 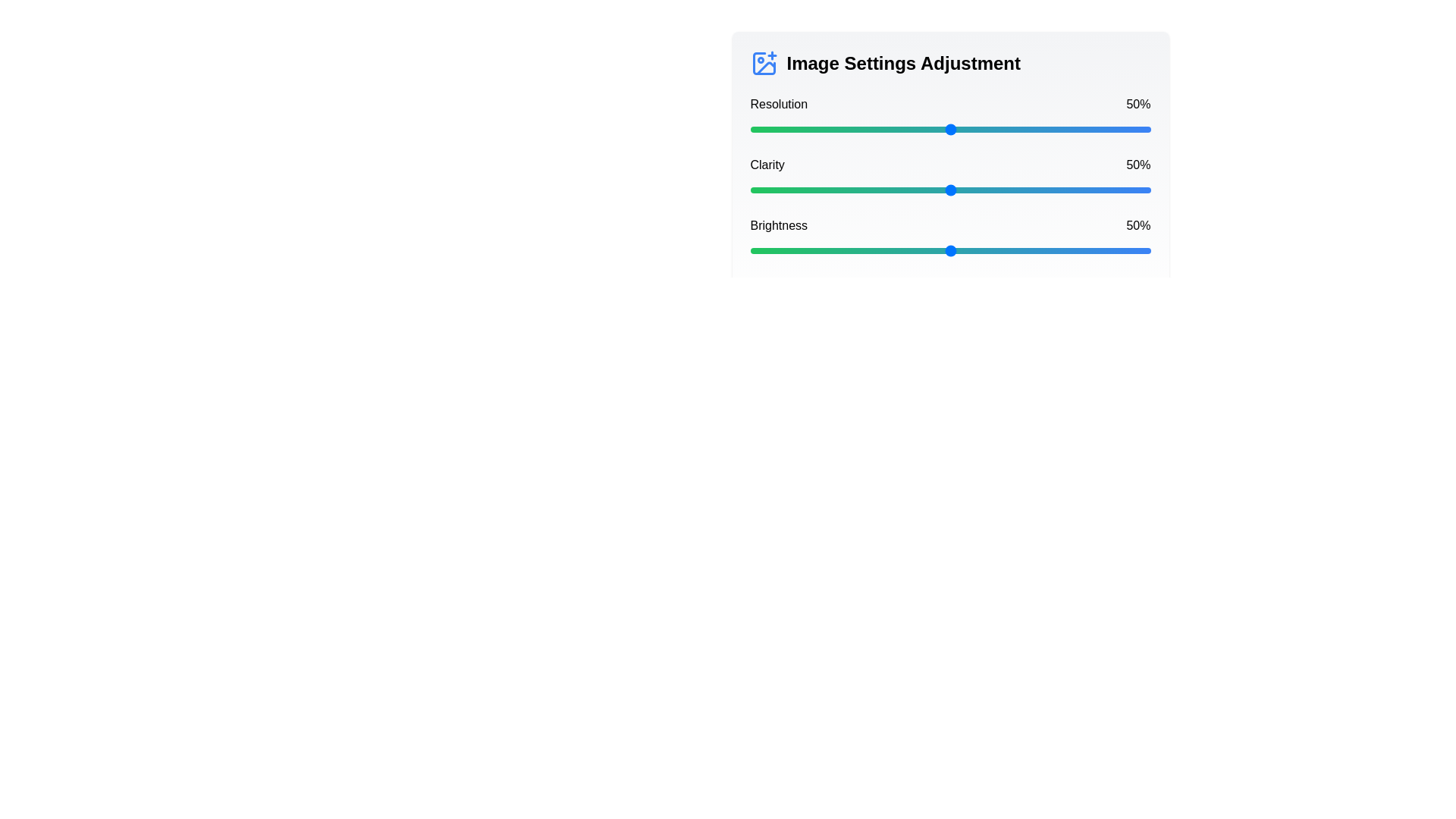 I want to click on the resolution slider to 30%, so click(x=870, y=128).